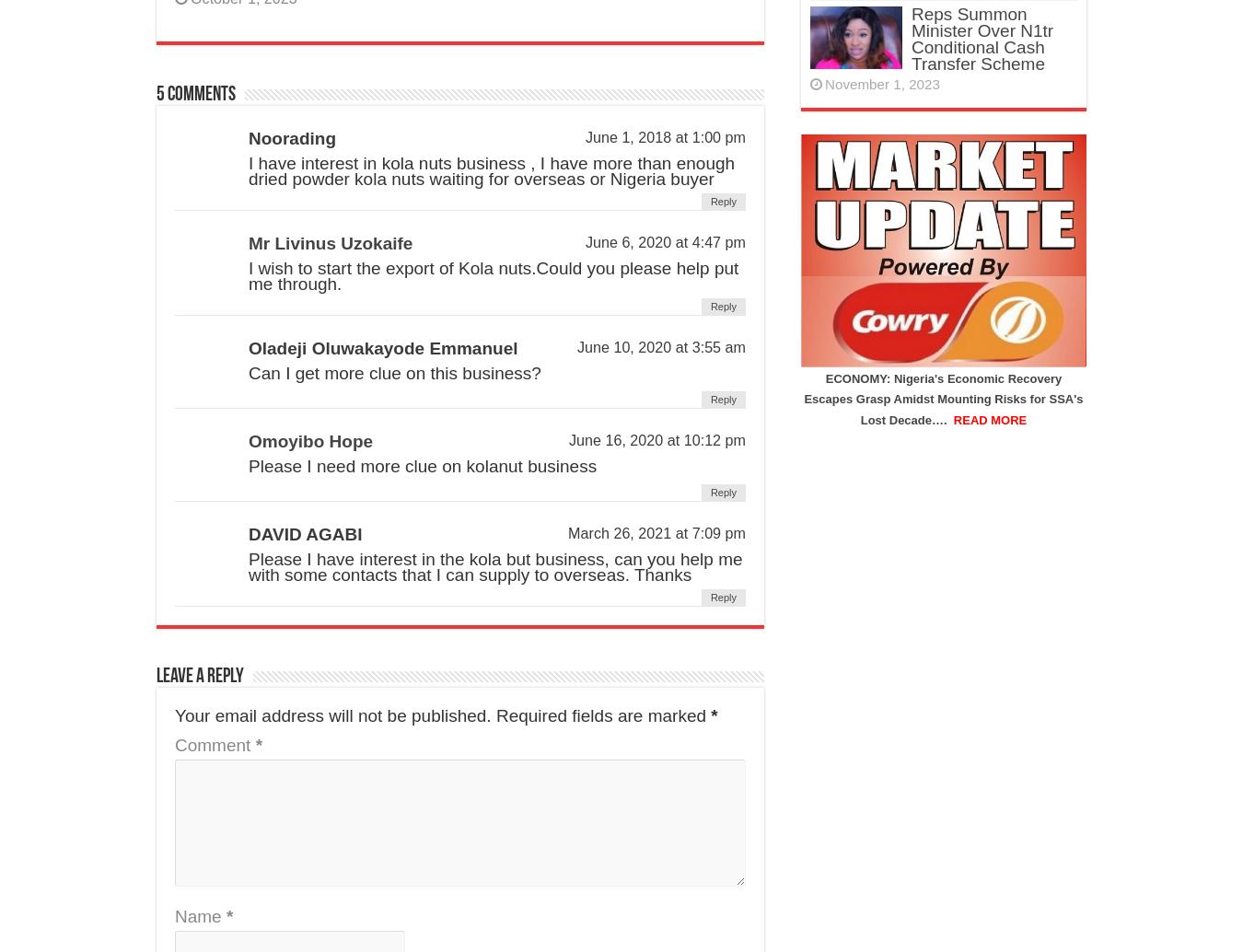  What do you see at coordinates (200, 677) in the screenshot?
I see `'Leave a Reply'` at bounding box center [200, 677].